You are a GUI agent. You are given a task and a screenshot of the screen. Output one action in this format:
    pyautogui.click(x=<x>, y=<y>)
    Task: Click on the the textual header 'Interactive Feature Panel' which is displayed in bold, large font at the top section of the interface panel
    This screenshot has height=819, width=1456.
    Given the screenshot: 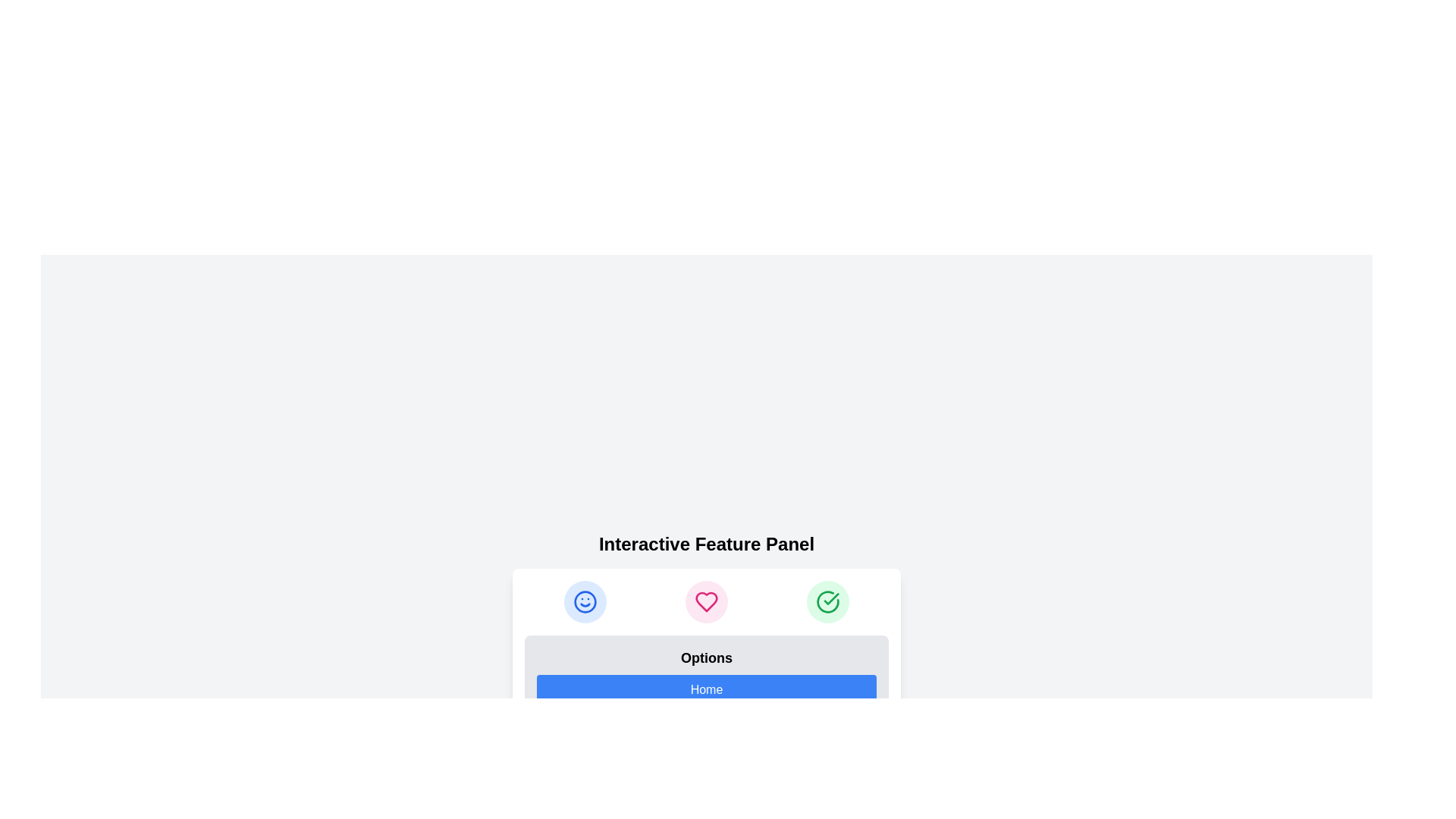 What is the action you would take?
    pyautogui.click(x=705, y=543)
    